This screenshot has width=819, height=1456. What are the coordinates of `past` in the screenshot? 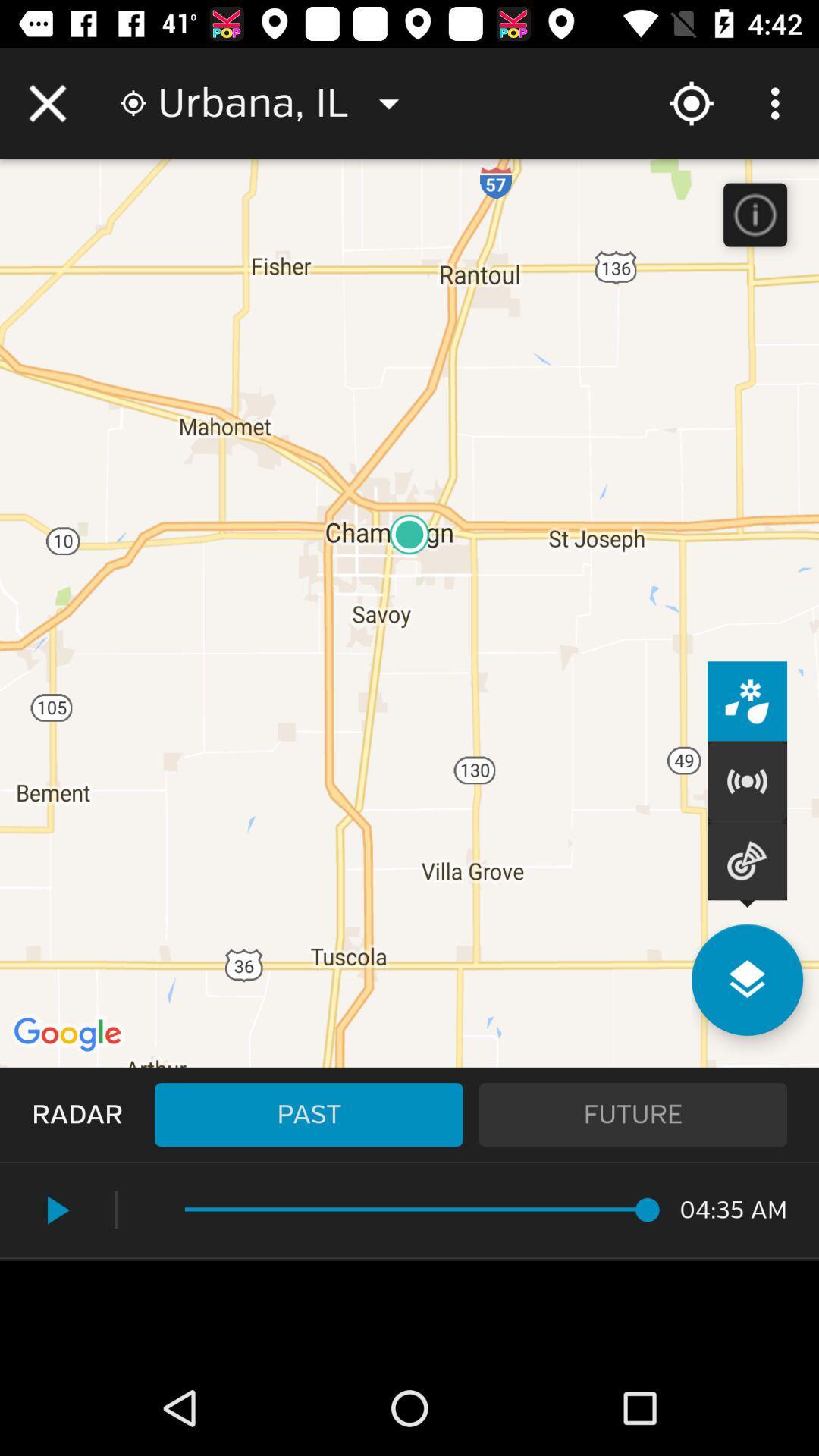 It's located at (308, 1114).